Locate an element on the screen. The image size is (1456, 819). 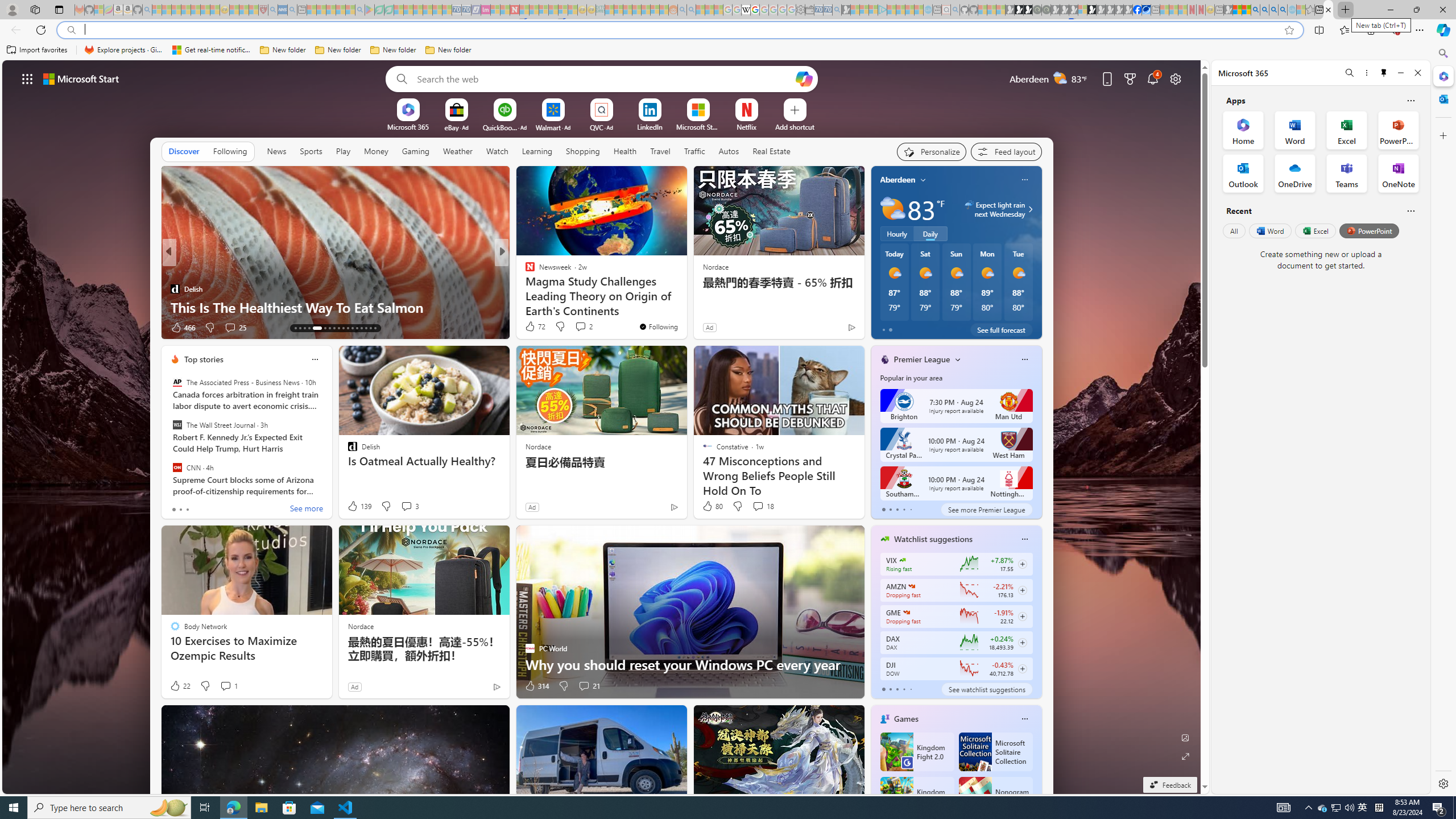
'Import favorites' is located at coordinates (37, 49).